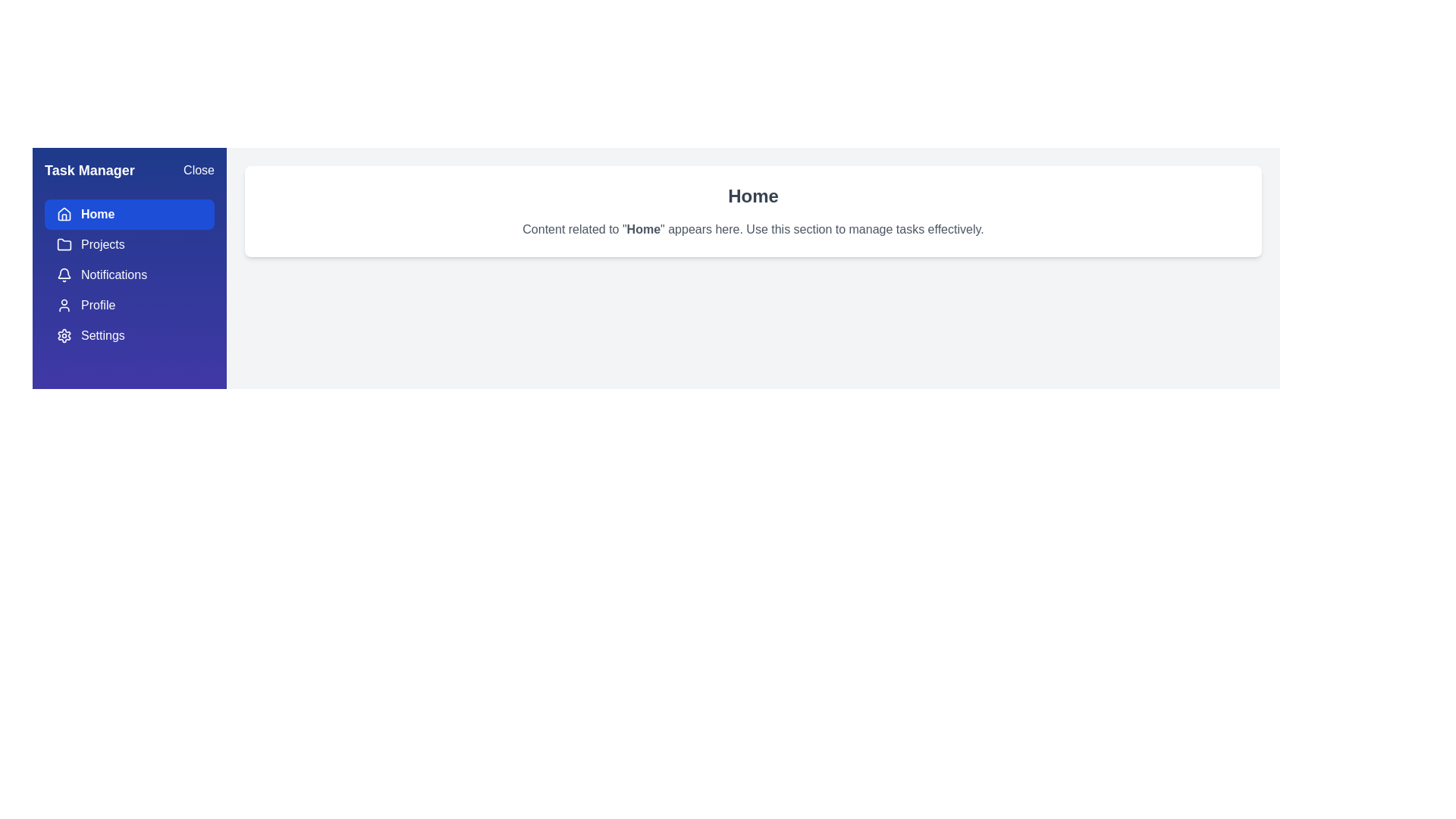 The image size is (1456, 819). Describe the element at coordinates (130, 214) in the screenshot. I see `the menu item Home to view its content` at that location.